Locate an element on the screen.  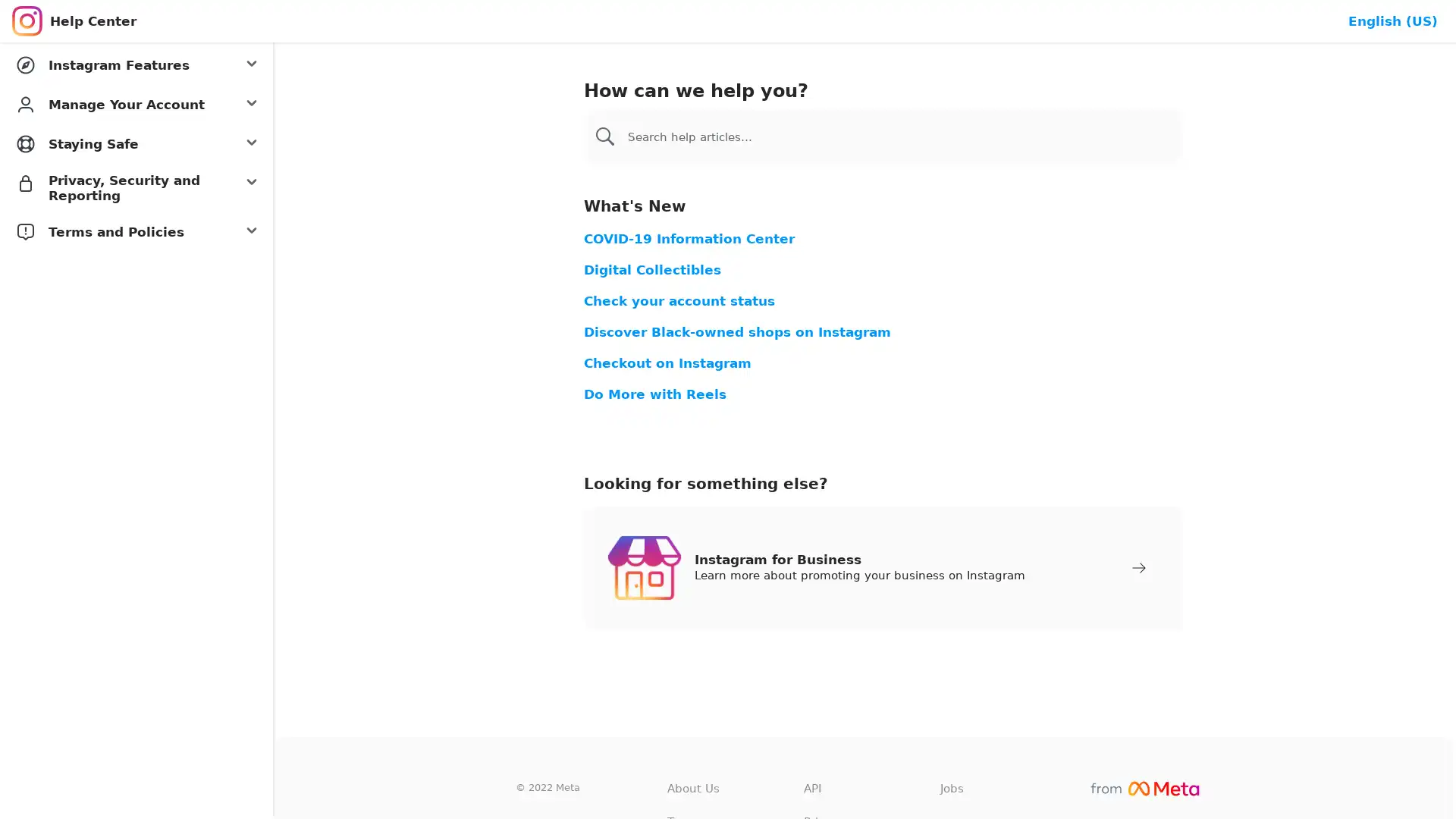
Privacy, Security and Reporting is located at coordinates (136, 187).